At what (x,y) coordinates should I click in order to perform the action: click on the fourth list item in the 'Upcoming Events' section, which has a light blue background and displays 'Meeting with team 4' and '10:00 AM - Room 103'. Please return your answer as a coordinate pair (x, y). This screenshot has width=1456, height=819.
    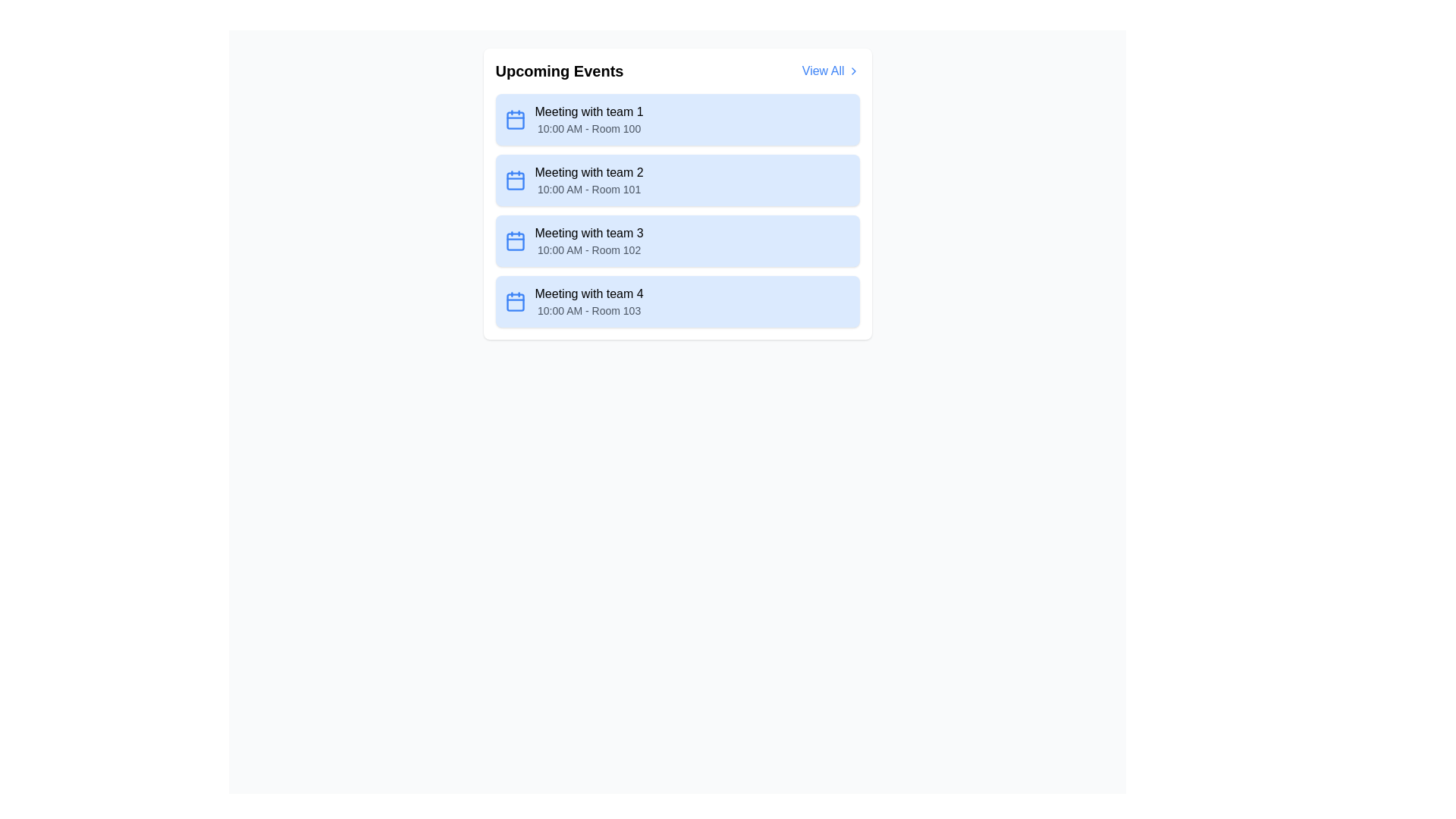
    Looking at the image, I should click on (676, 301).